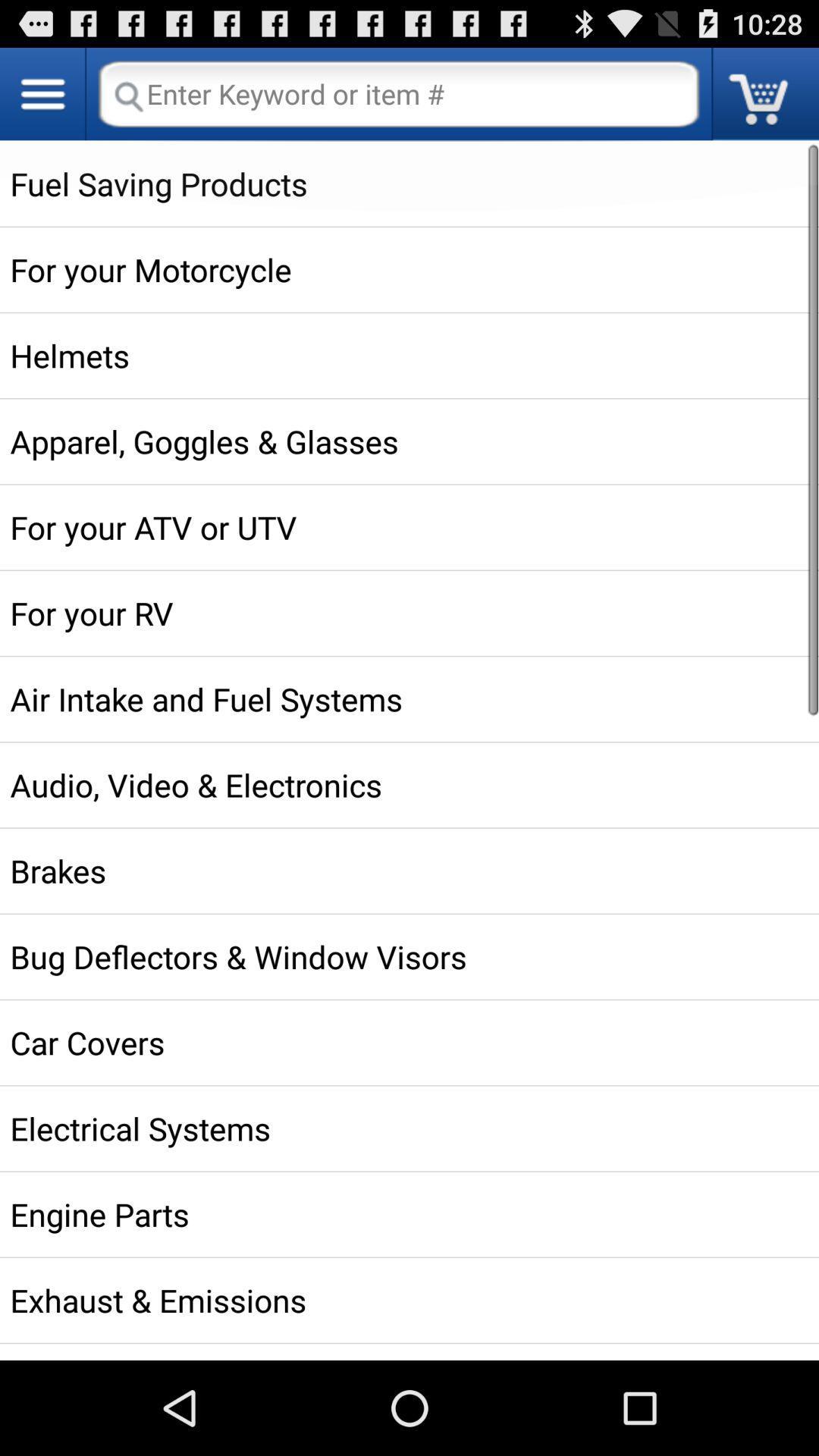  Describe the element at coordinates (42, 99) in the screenshot. I see `the menu icon` at that location.